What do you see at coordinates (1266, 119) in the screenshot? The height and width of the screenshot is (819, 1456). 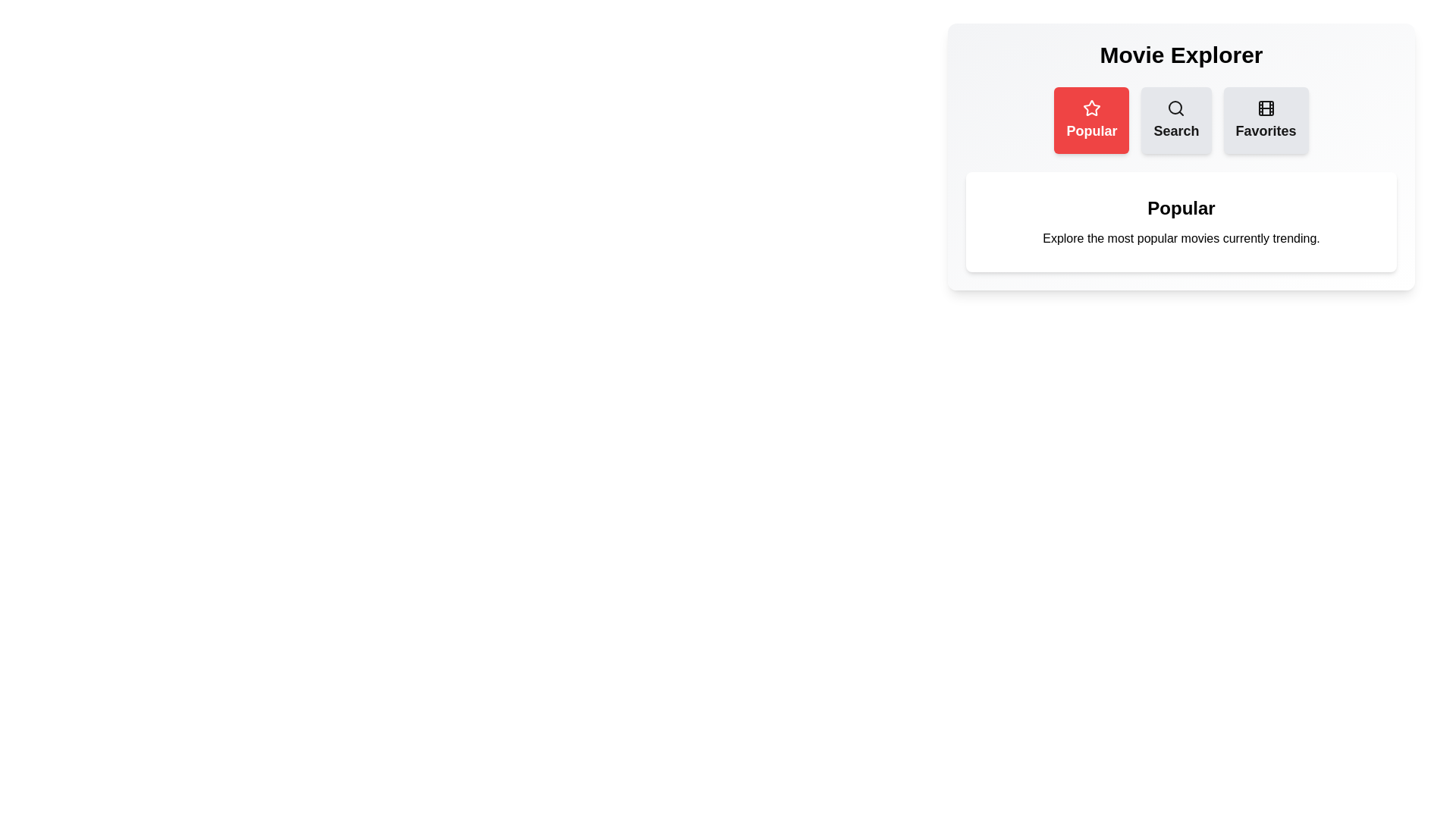 I see `the Favorites tab by clicking on its button` at bounding box center [1266, 119].